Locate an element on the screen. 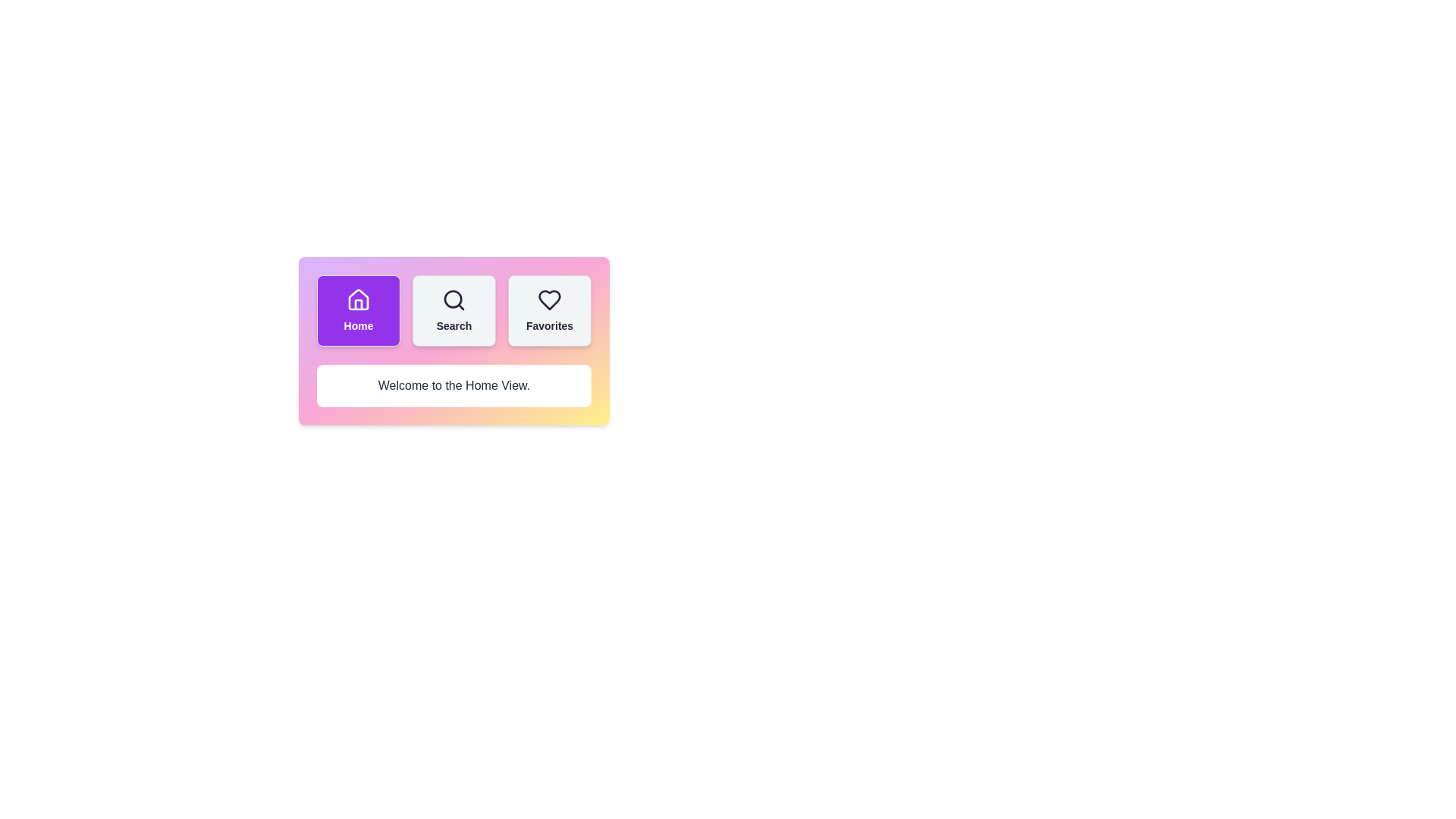  the middle button that accesses the 'Search' functionality, located between the 'Home' and 'Favorites' buttons in a row at the top center of the interface is located at coordinates (453, 309).